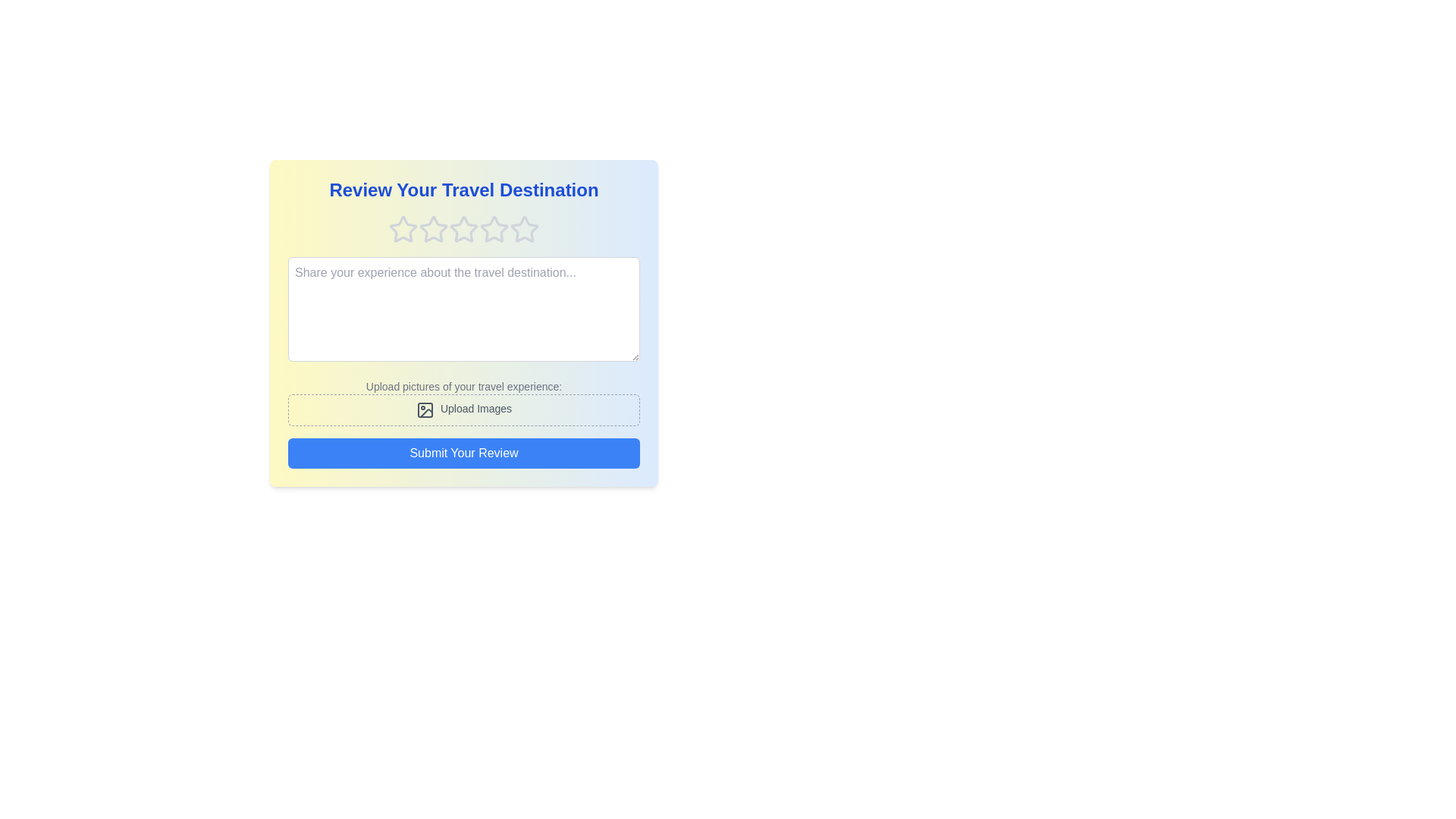  I want to click on the rating to 4 stars by clicking on the corresponding star icon, so click(494, 230).